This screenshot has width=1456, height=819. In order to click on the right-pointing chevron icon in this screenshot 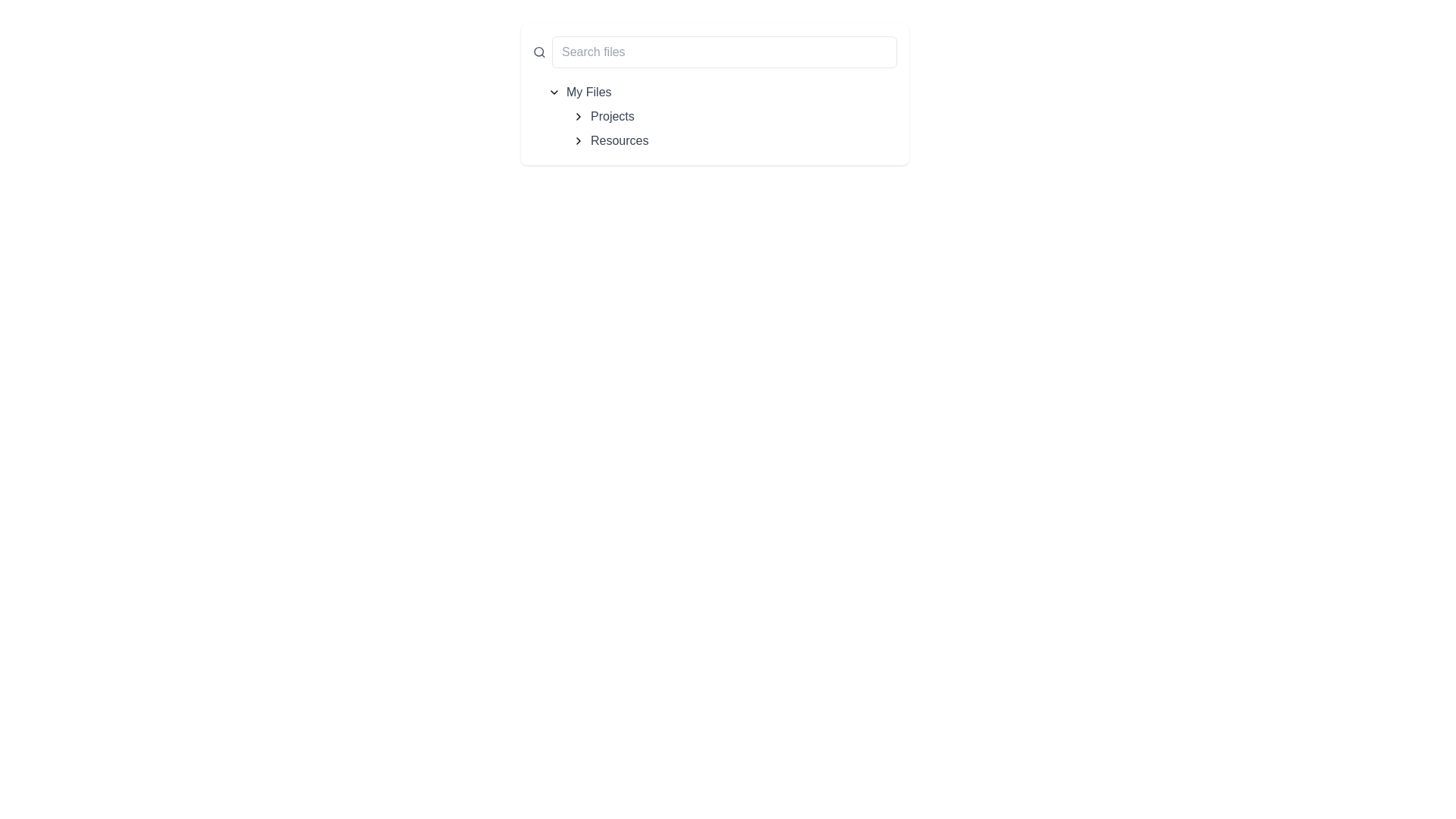, I will do `click(578, 116)`.